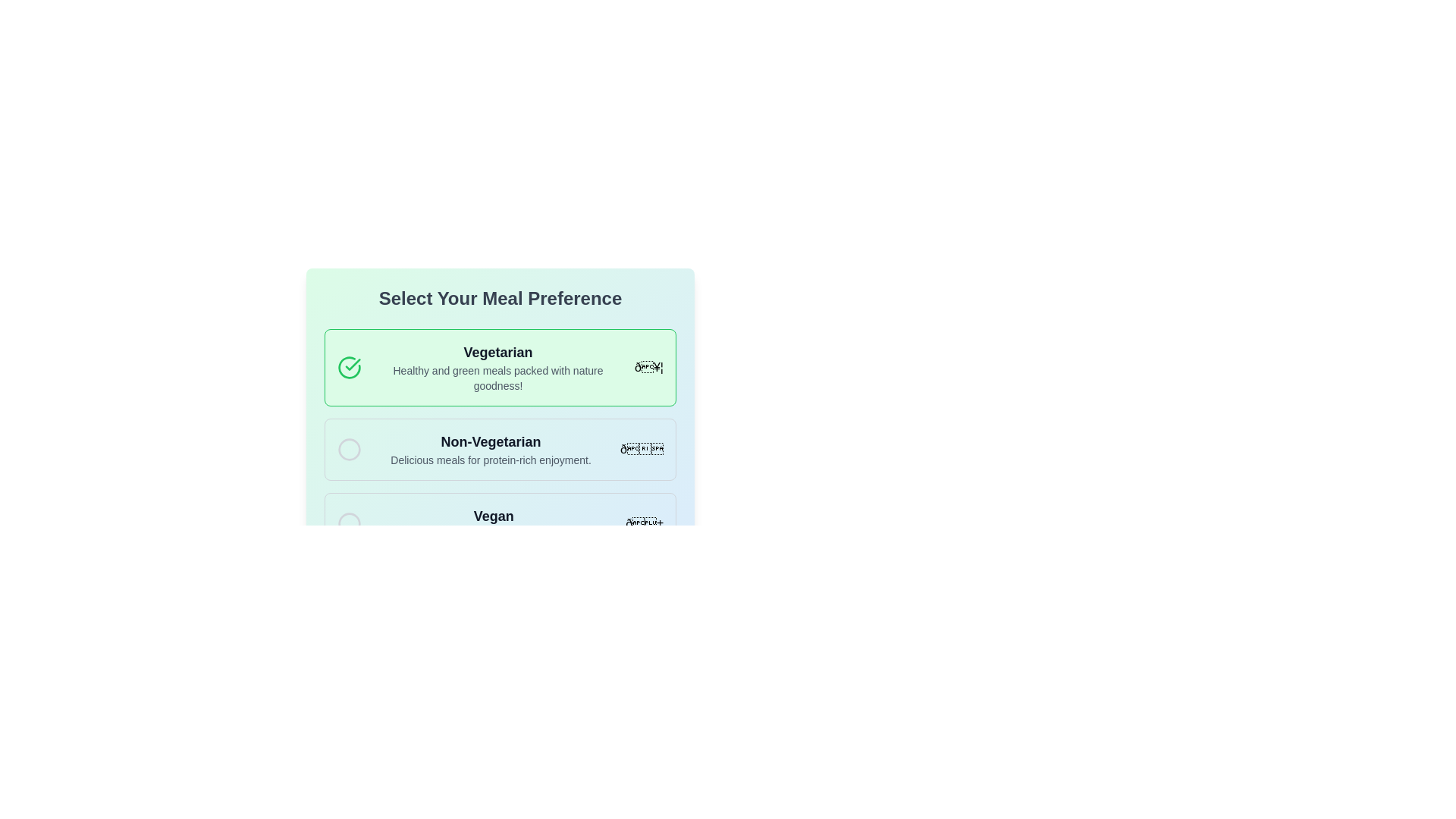 Image resolution: width=1456 pixels, height=819 pixels. What do you see at coordinates (648, 366) in the screenshot?
I see `the small icon representing the 'Vegetarian' meal choice located on the far-right side of the top card labeled 'Vegetarian' in the list of meal preferences` at bounding box center [648, 366].